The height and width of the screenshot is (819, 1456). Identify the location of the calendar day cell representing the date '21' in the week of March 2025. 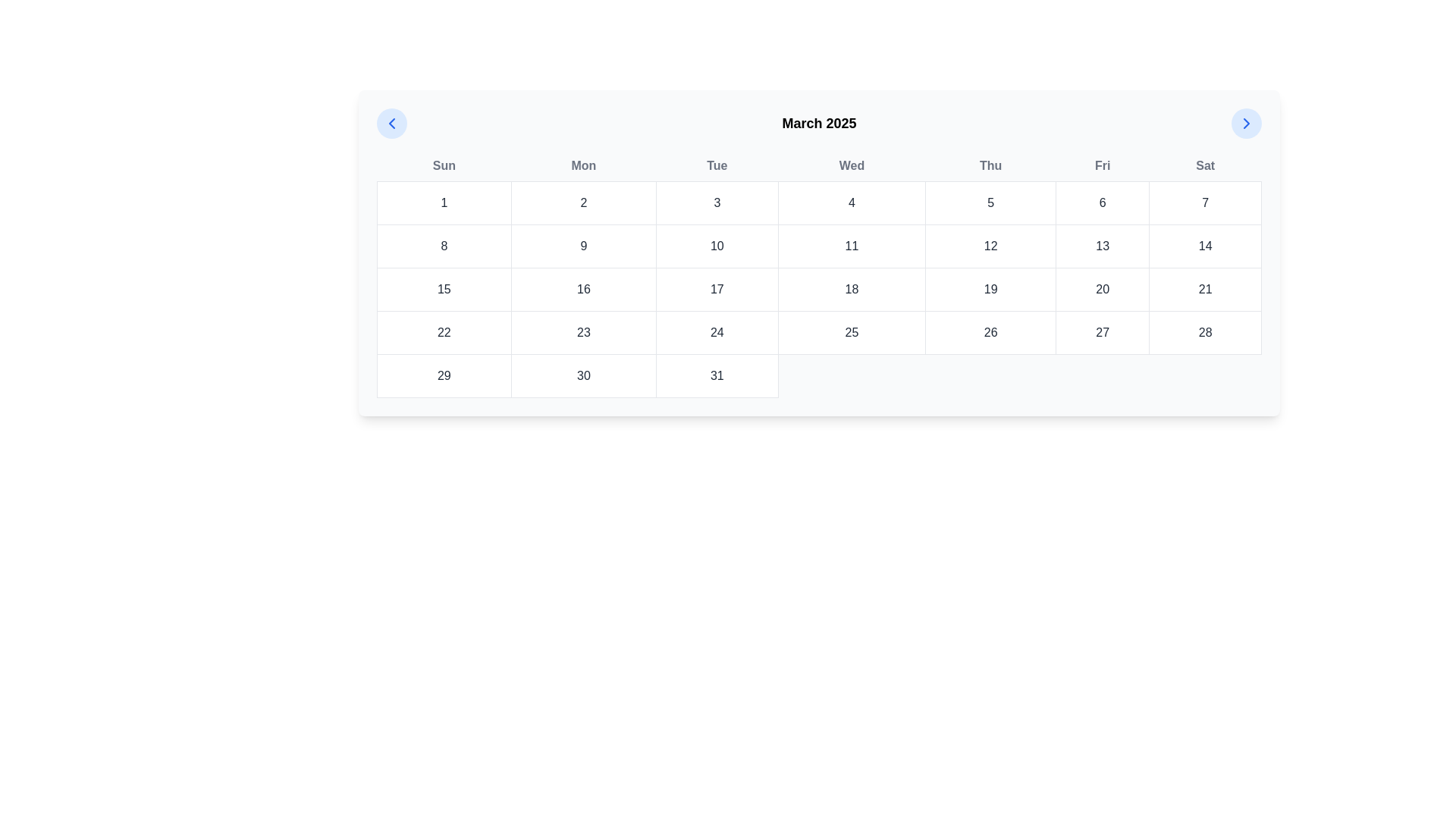
(1204, 289).